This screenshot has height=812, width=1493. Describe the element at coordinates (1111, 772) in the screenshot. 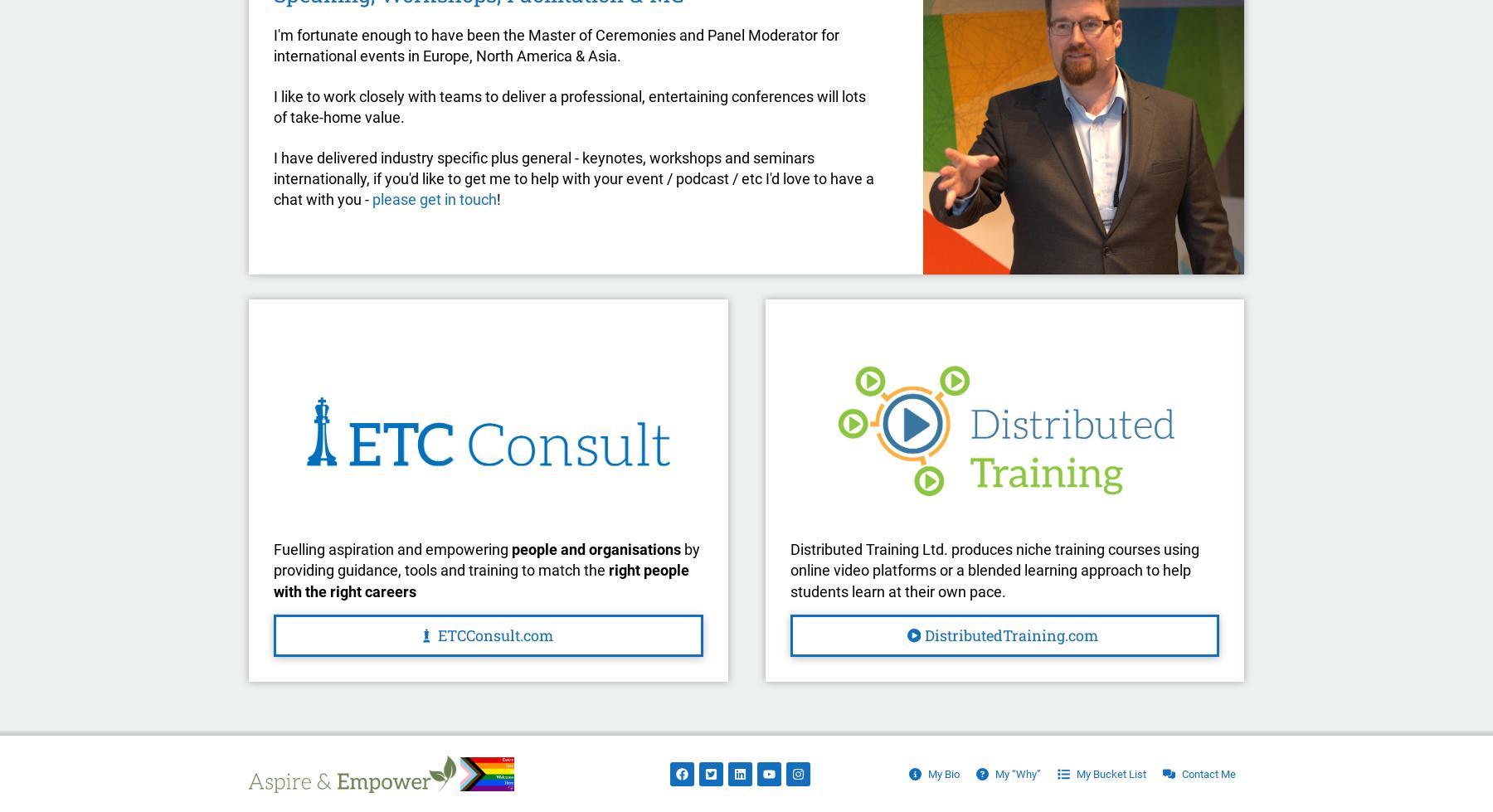

I see `'My Bucket List'` at that location.